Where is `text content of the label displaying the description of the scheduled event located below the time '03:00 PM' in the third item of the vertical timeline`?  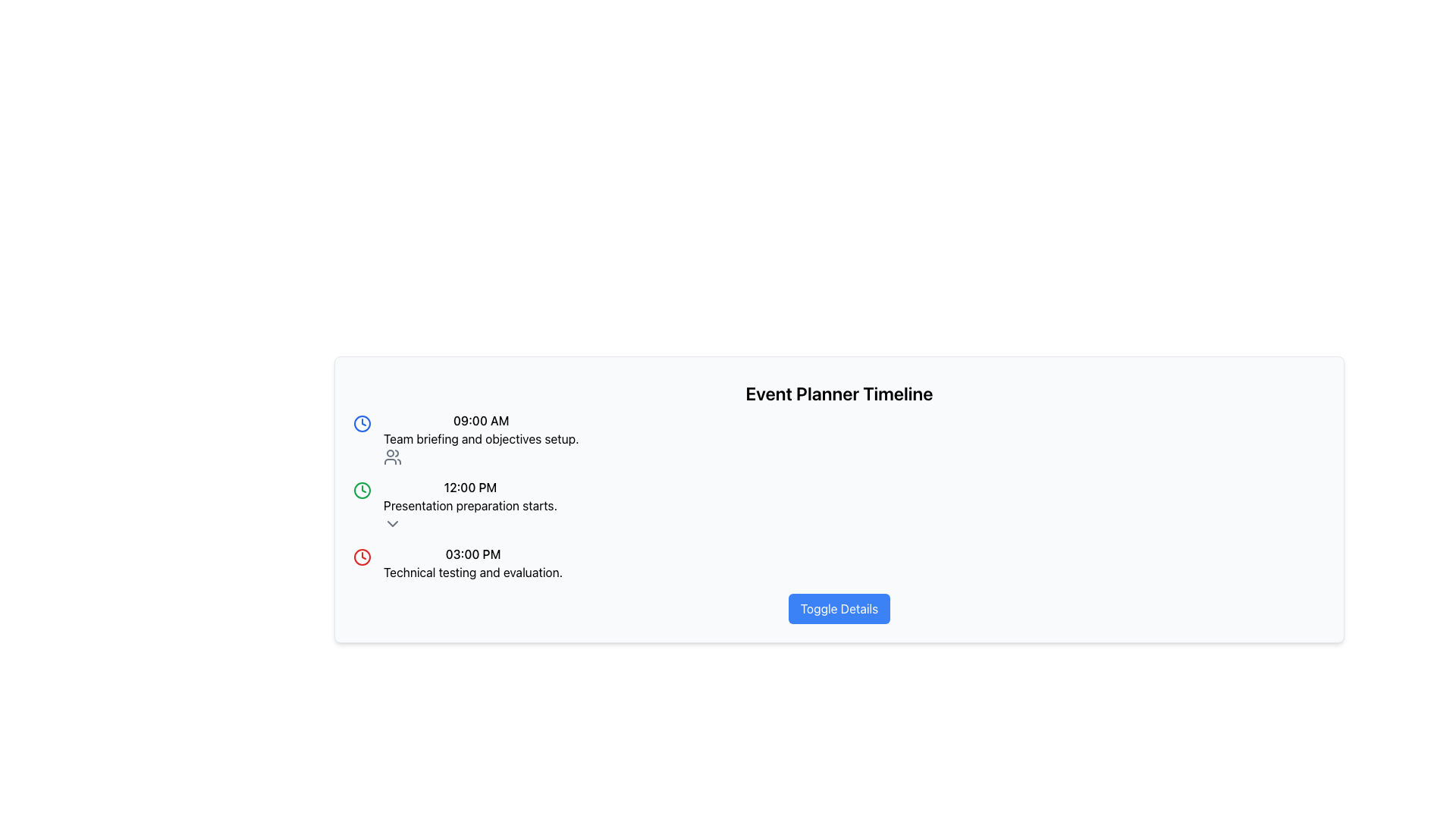
text content of the label displaying the description of the scheduled event located below the time '03:00 PM' in the third item of the vertical timeline is located at coordinates (472, 573).